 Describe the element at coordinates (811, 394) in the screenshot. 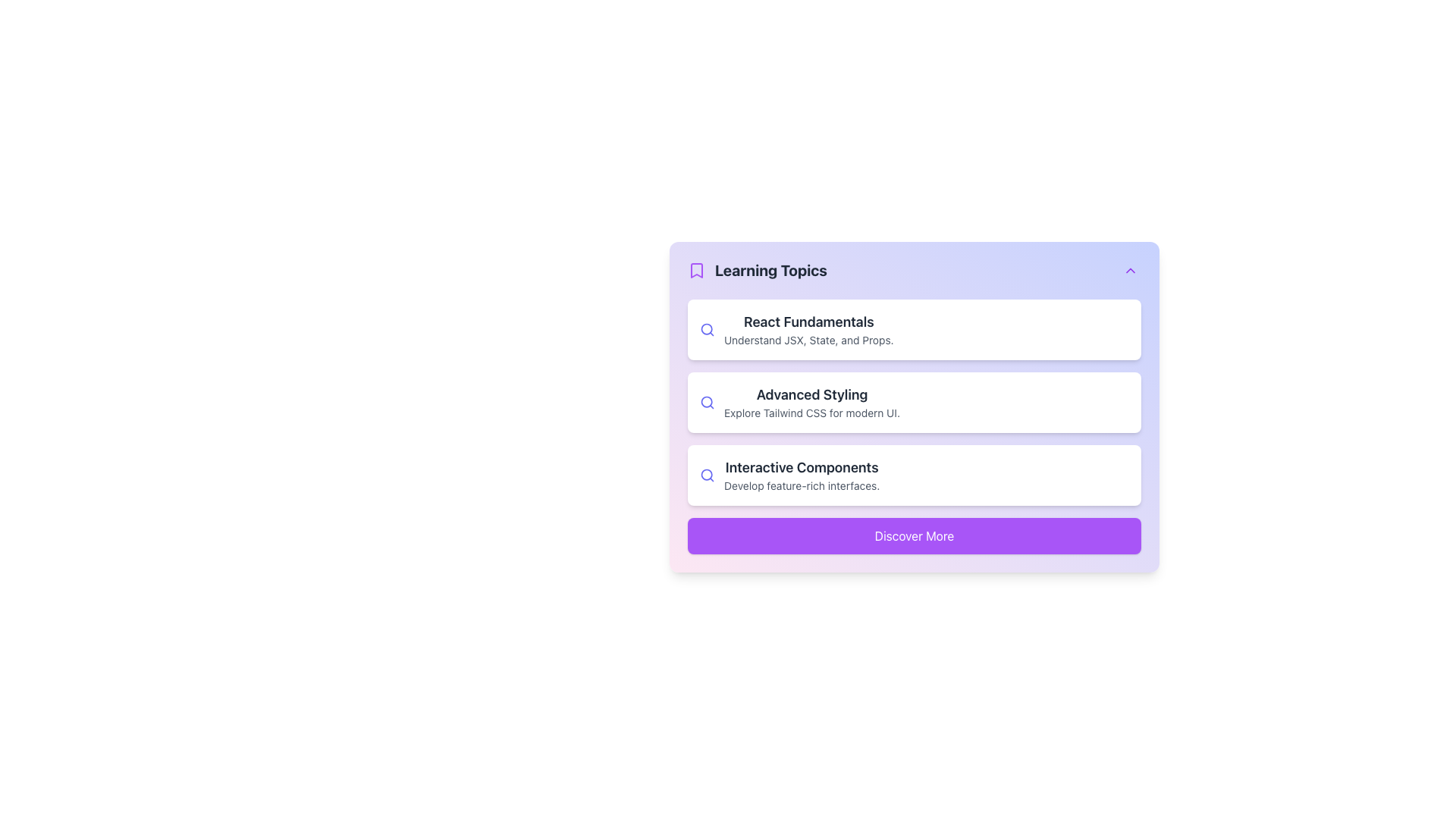

I see `the 'Advanced Styling' text label, which is a bold black label in a larger font size, located in the upper part of the second card in a vertical list` at that location.